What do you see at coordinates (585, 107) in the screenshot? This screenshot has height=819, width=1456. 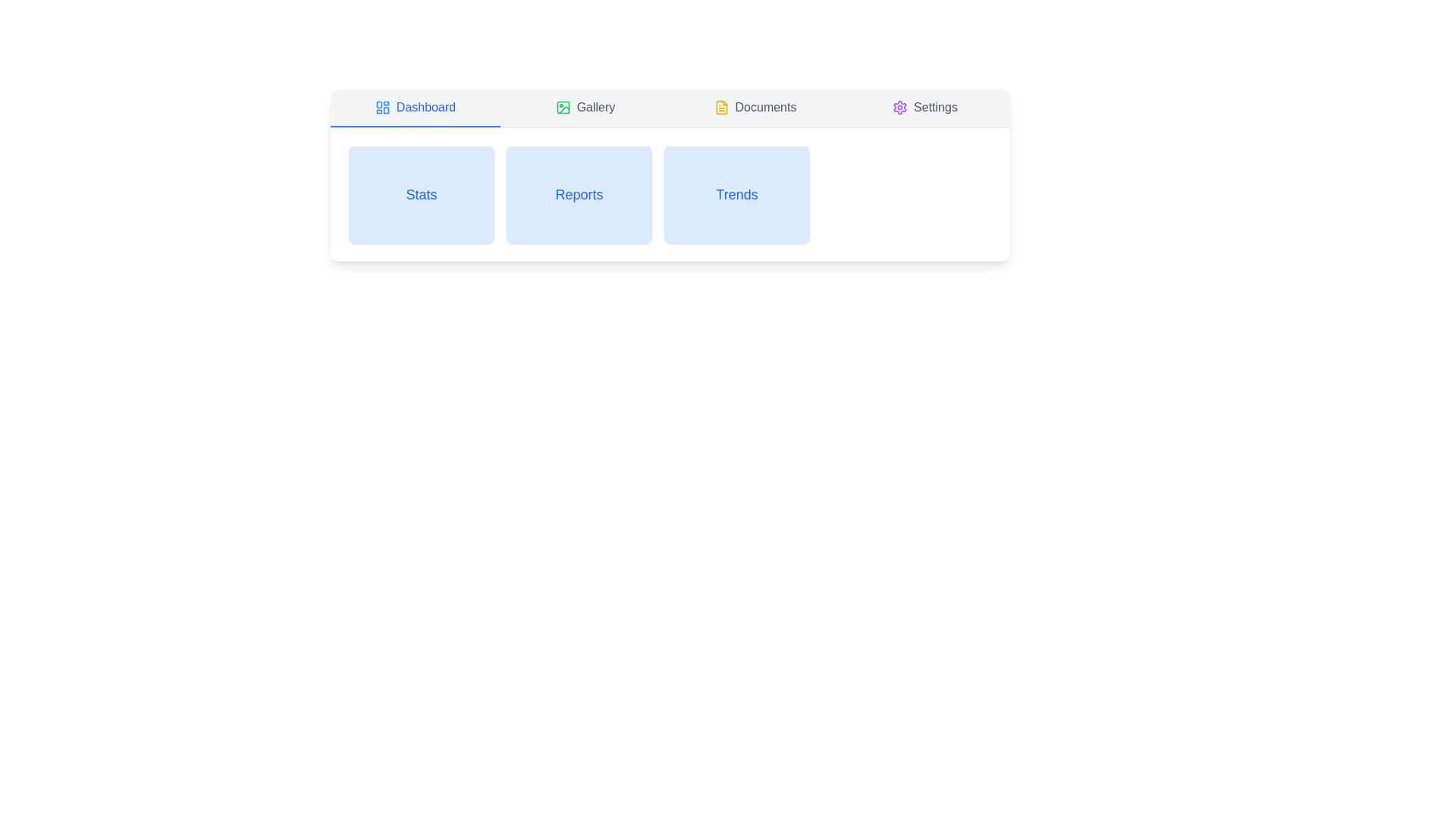 I see `the 'Gallery' button, which is a horizontal tab with a green-framed image icon` at bounding box center [585, 107].